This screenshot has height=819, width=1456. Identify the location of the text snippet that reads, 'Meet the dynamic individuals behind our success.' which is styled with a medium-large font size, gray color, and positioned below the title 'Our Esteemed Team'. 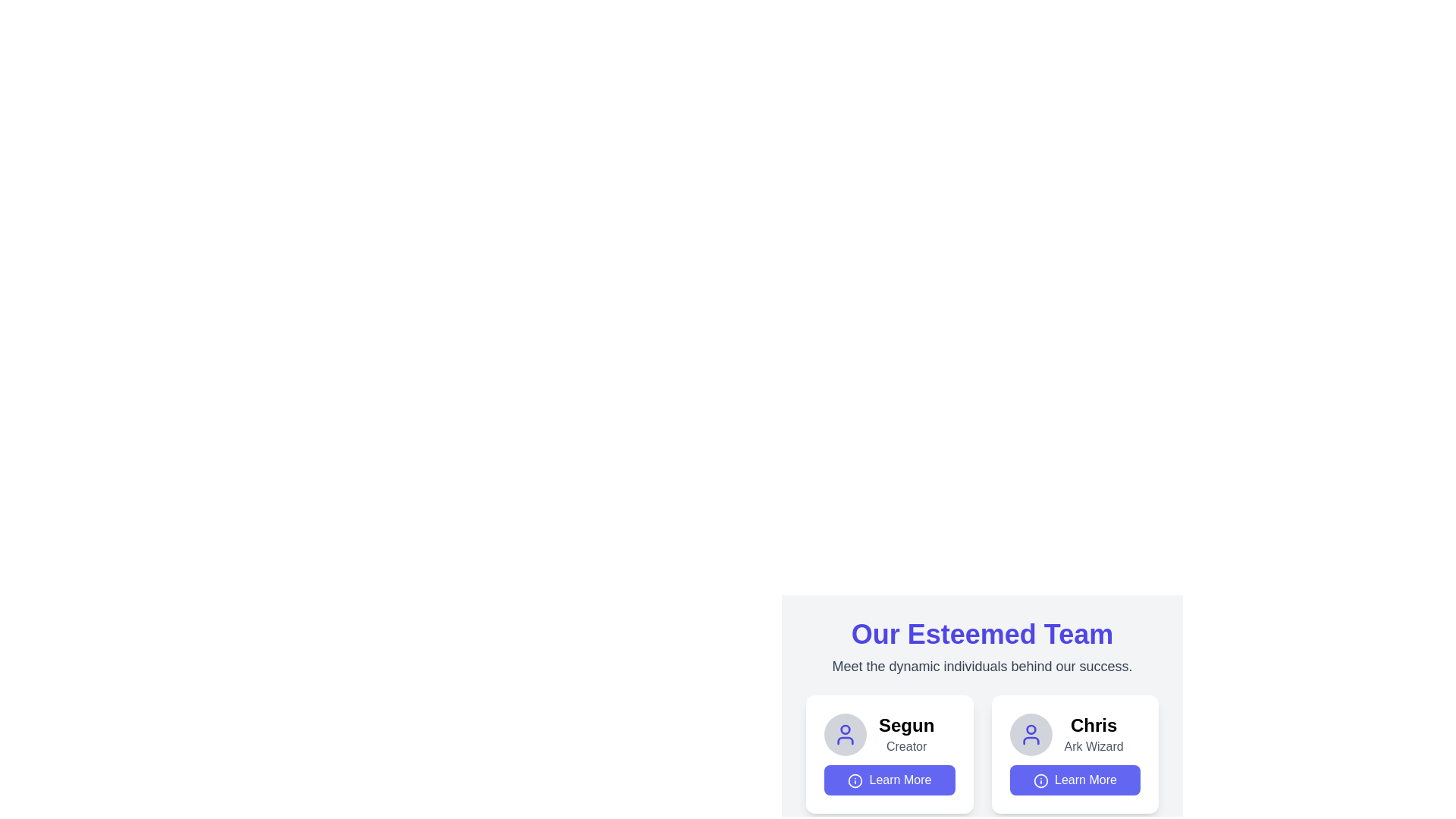
(982, 666).